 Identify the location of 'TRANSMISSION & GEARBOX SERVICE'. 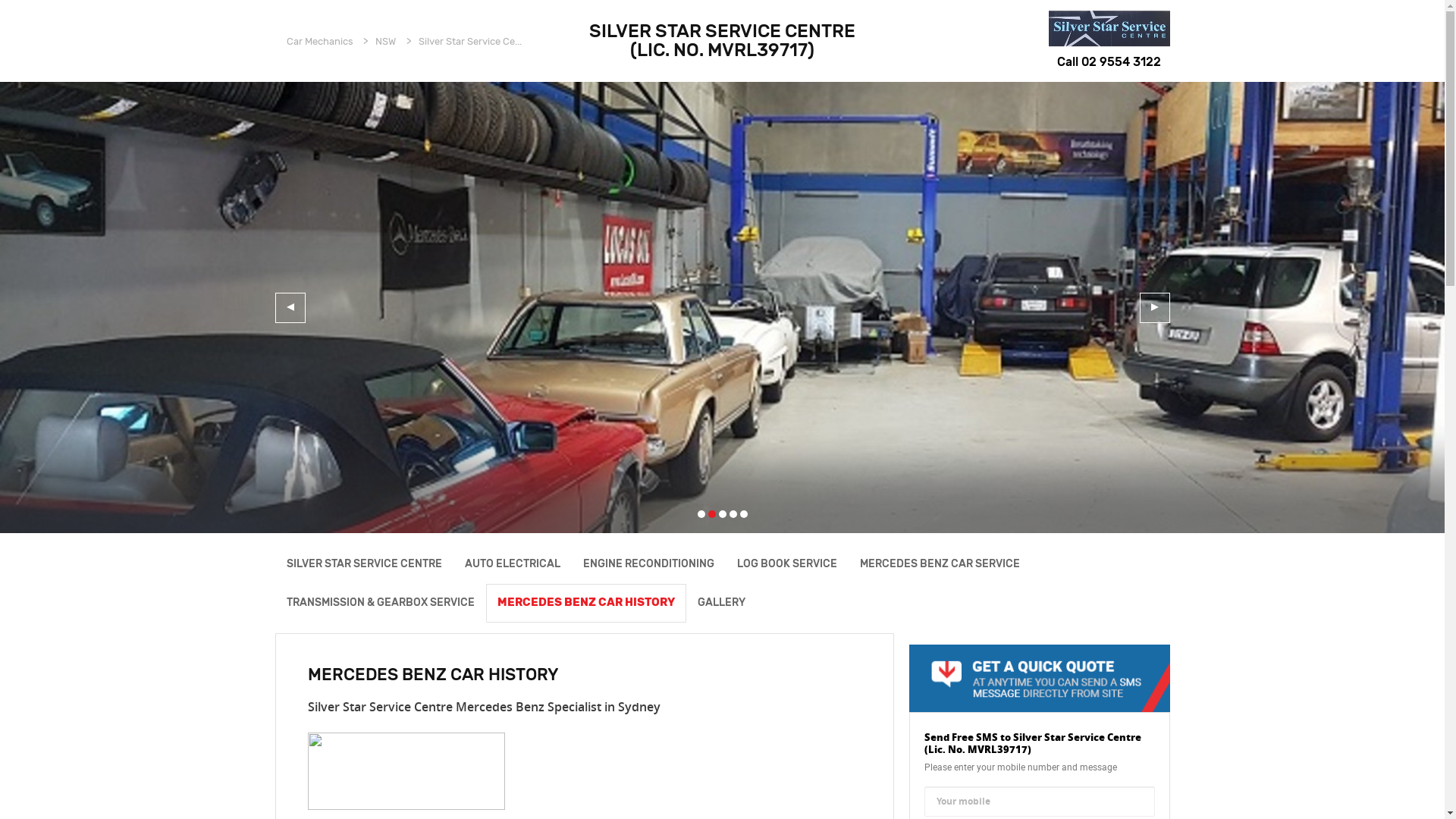
(379, 601).